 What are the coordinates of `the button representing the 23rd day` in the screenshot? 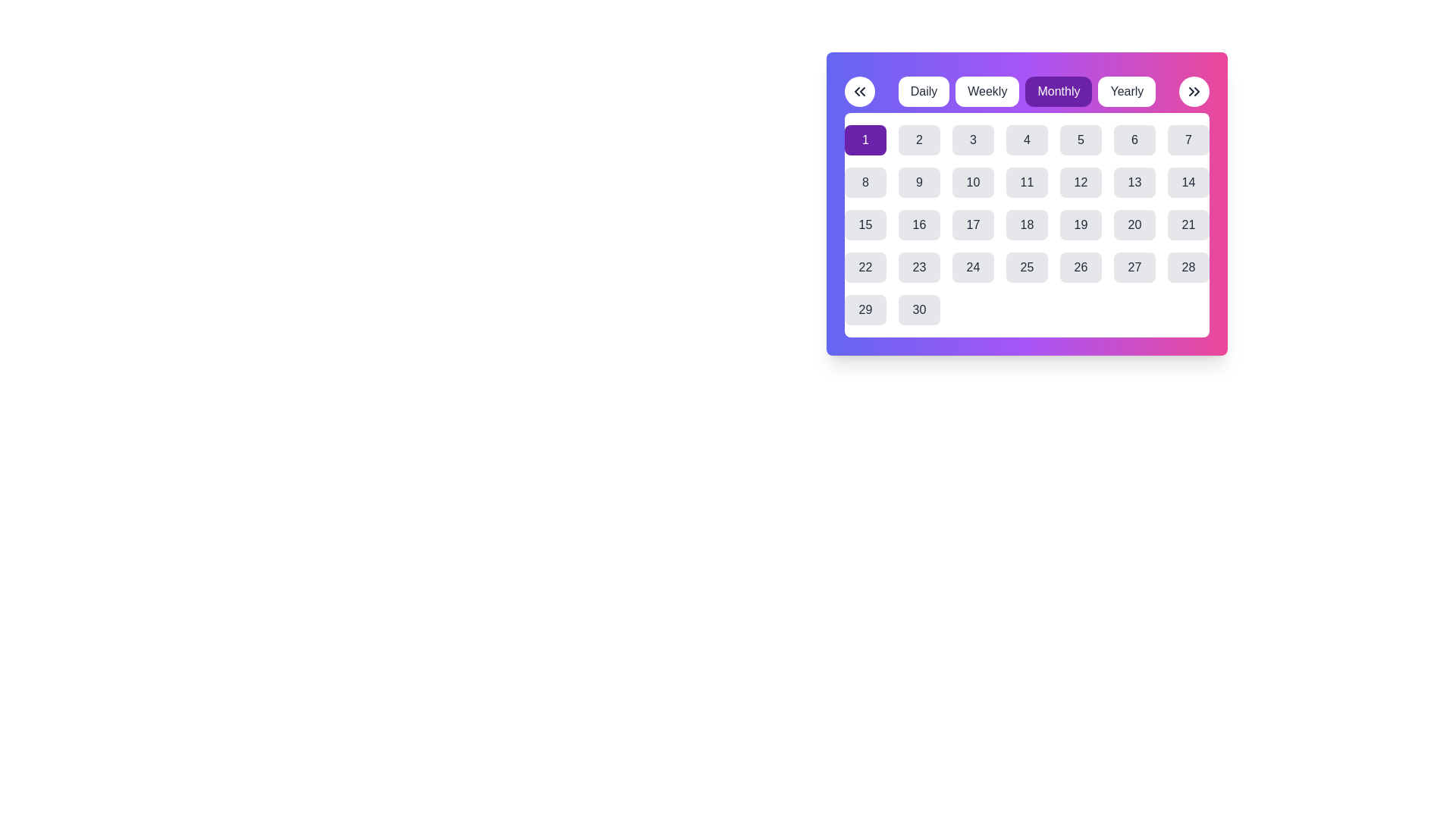 It's located at (918, 267).